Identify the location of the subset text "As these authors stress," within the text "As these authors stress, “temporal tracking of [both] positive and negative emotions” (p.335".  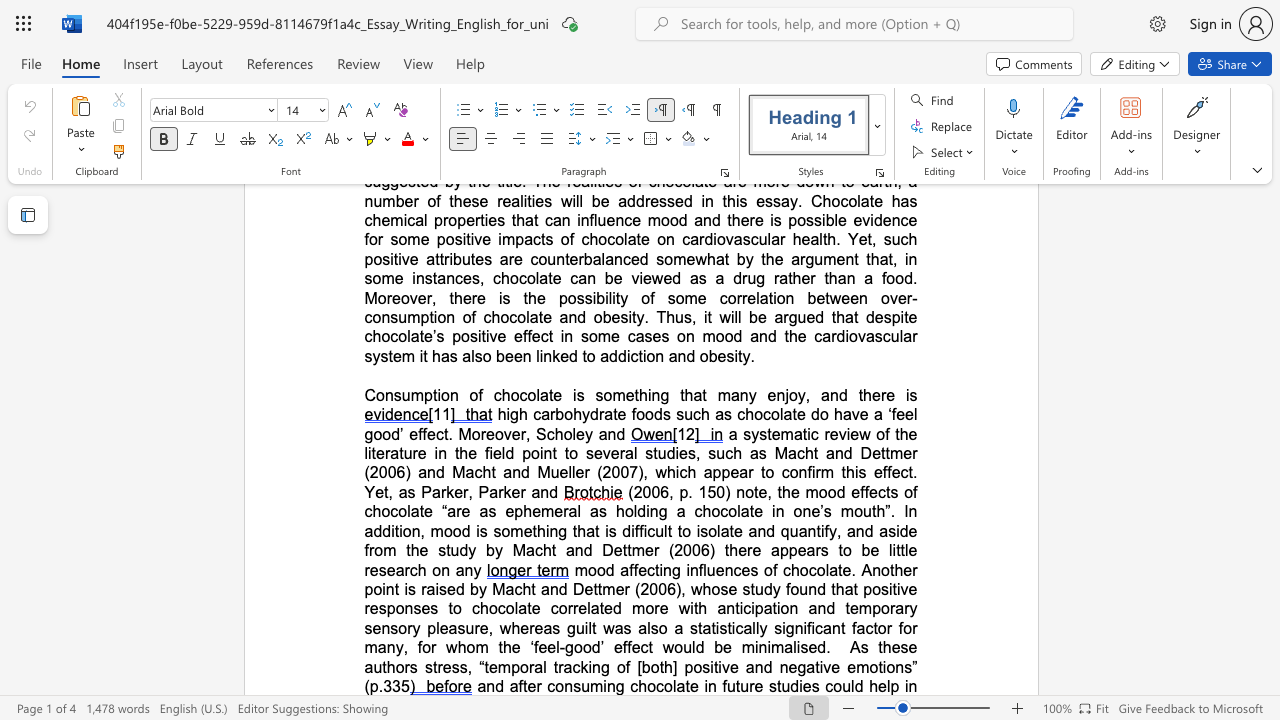
(850, 647).